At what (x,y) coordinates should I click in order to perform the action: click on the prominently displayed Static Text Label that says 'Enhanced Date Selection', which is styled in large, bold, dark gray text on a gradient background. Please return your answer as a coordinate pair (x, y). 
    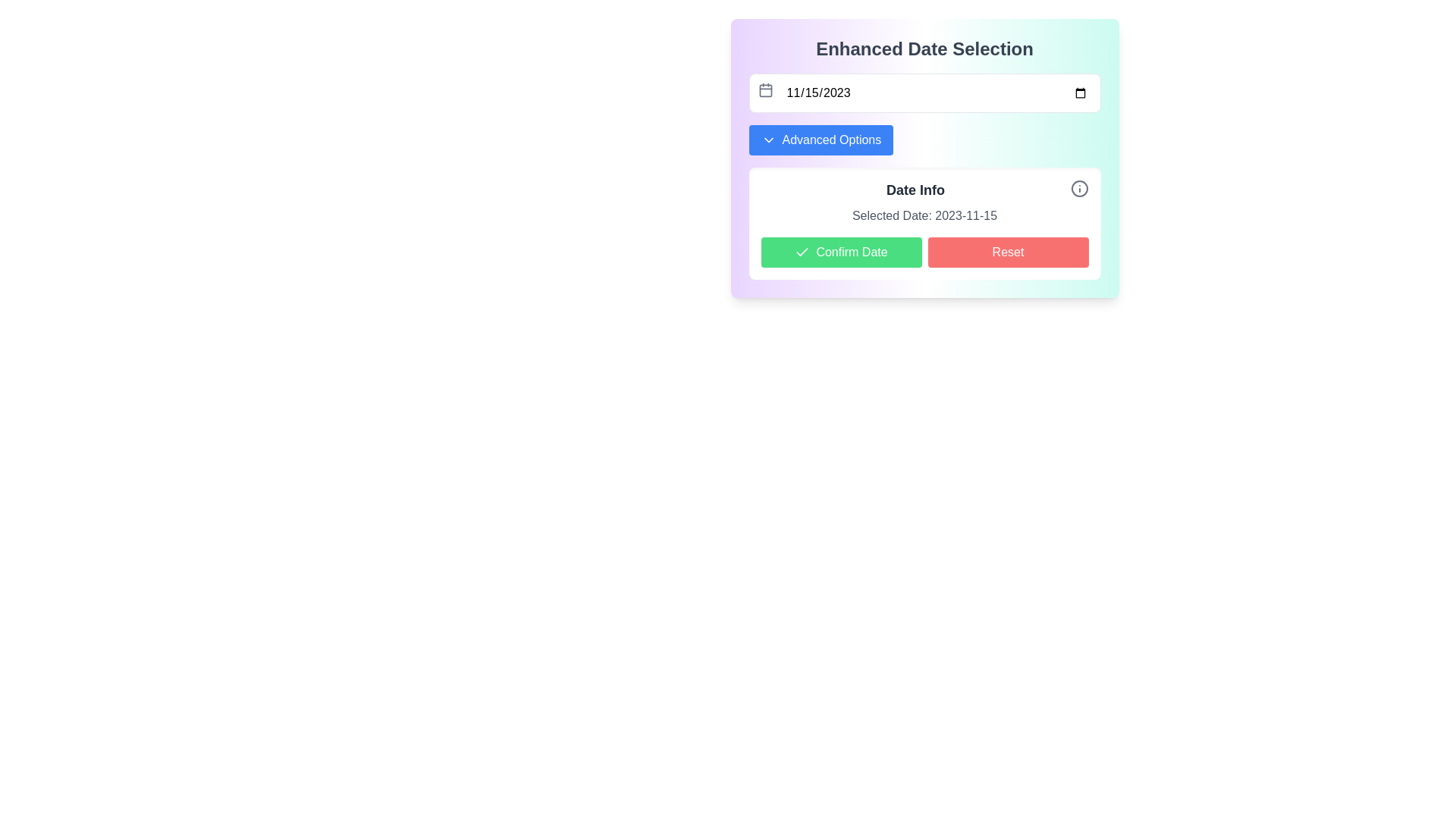
    Looking at the image, I should click on (924, 49).